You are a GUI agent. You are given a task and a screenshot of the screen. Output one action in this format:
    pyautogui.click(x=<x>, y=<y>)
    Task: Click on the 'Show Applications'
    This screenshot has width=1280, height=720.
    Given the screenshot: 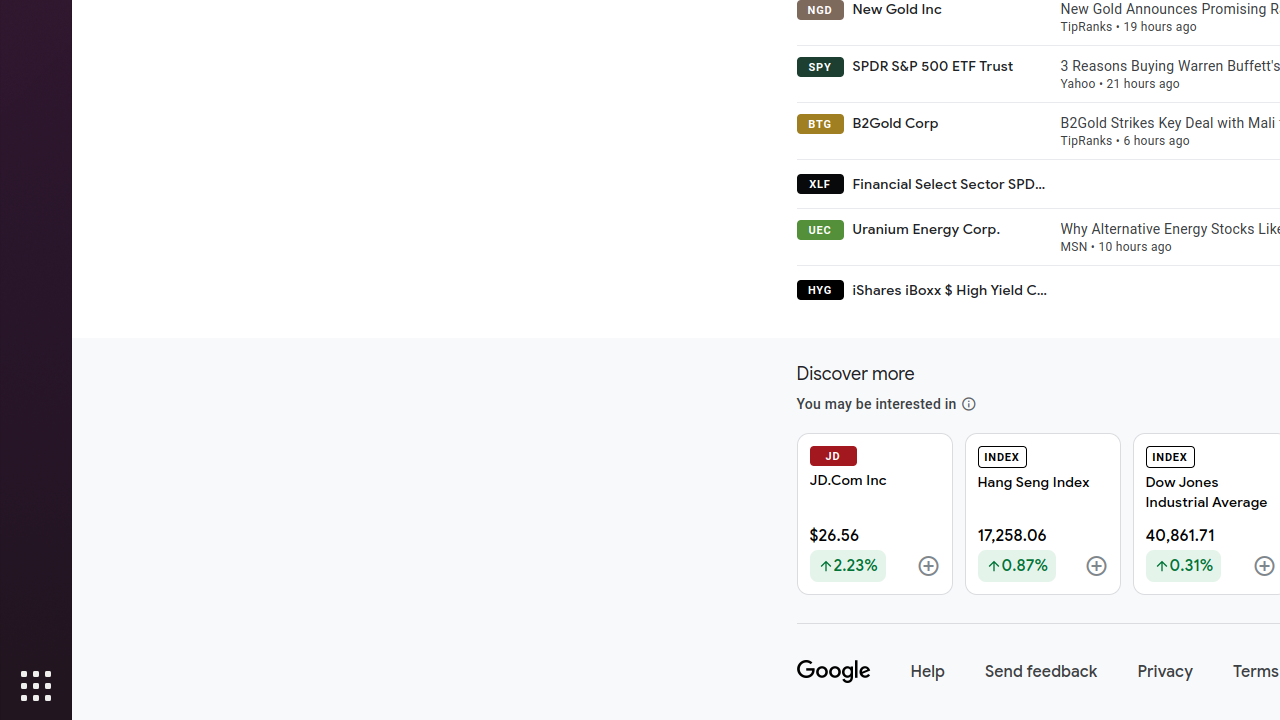 What is the action you would take?
    pyautogui.click(x=35, y=685)
    